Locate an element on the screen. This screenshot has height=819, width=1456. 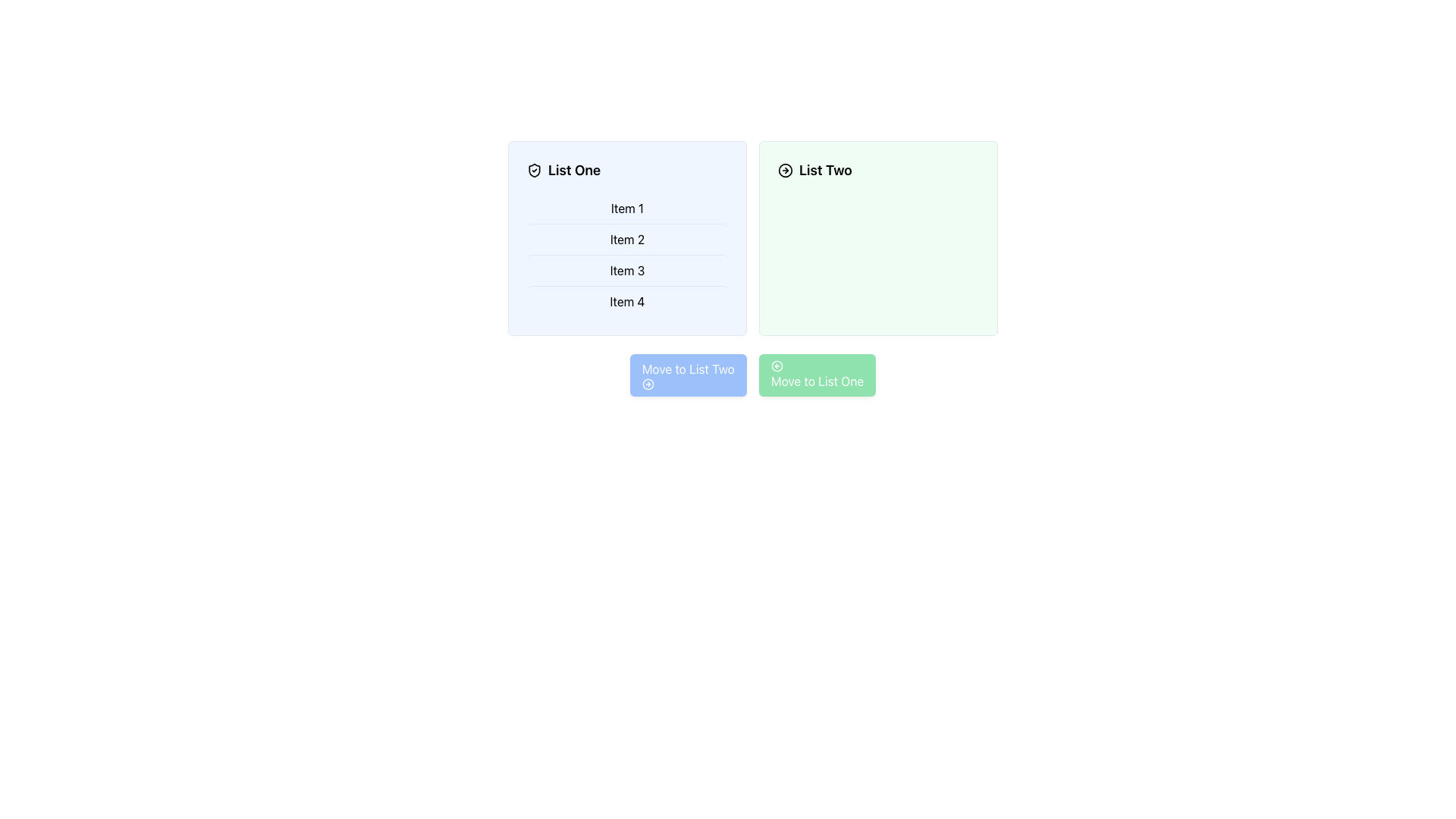
the rectangular blue button with white text 'Move to List Two' is located at coordinates (687, 375).